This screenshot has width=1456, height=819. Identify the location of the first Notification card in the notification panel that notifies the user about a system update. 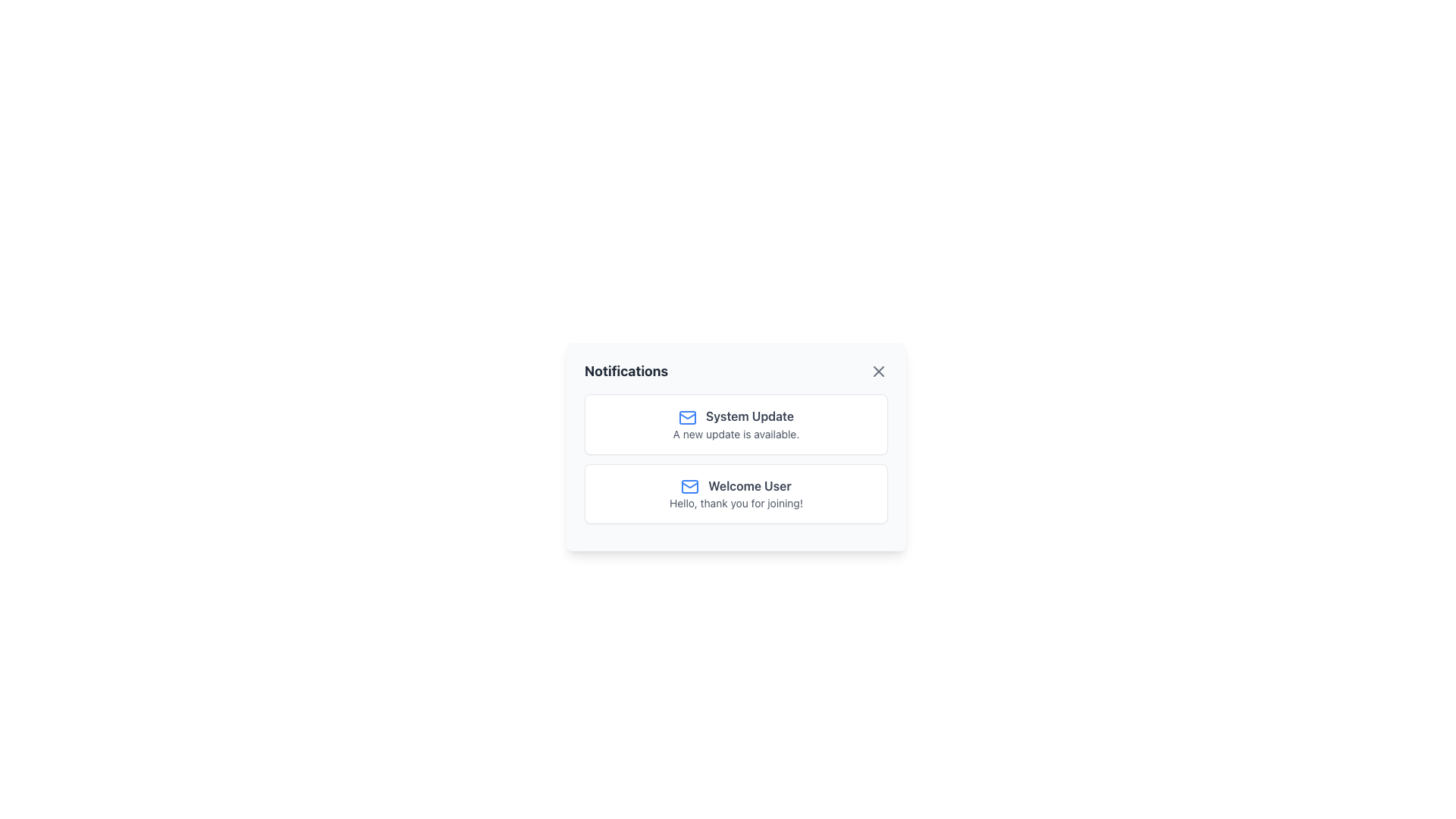
(736, 424).